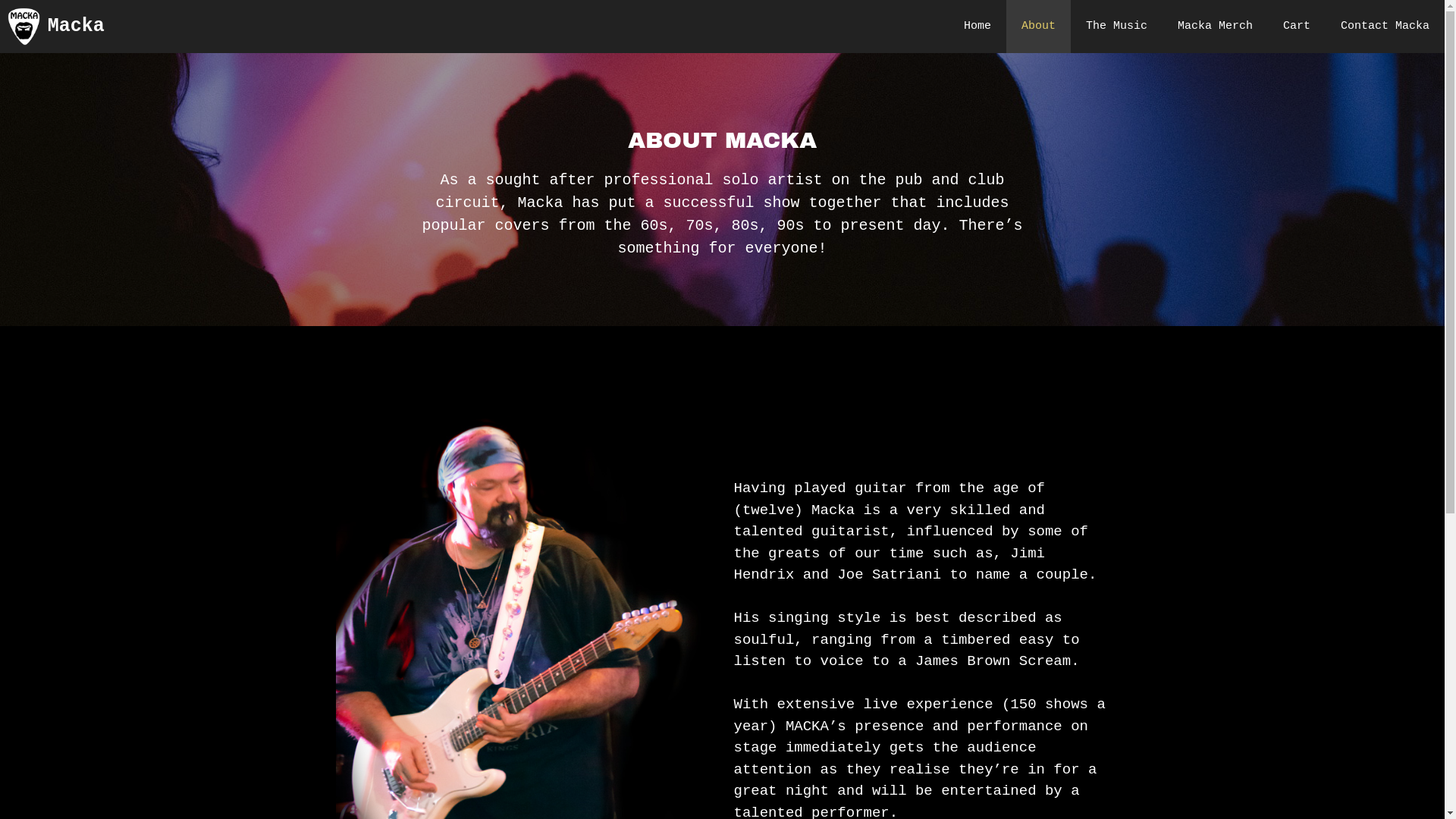 The image size is (1456, 819). What do you see at coordinates (1385, 26) in the screenshot?
I see `'Contact Macka'` at bounding box center [1385, 26].